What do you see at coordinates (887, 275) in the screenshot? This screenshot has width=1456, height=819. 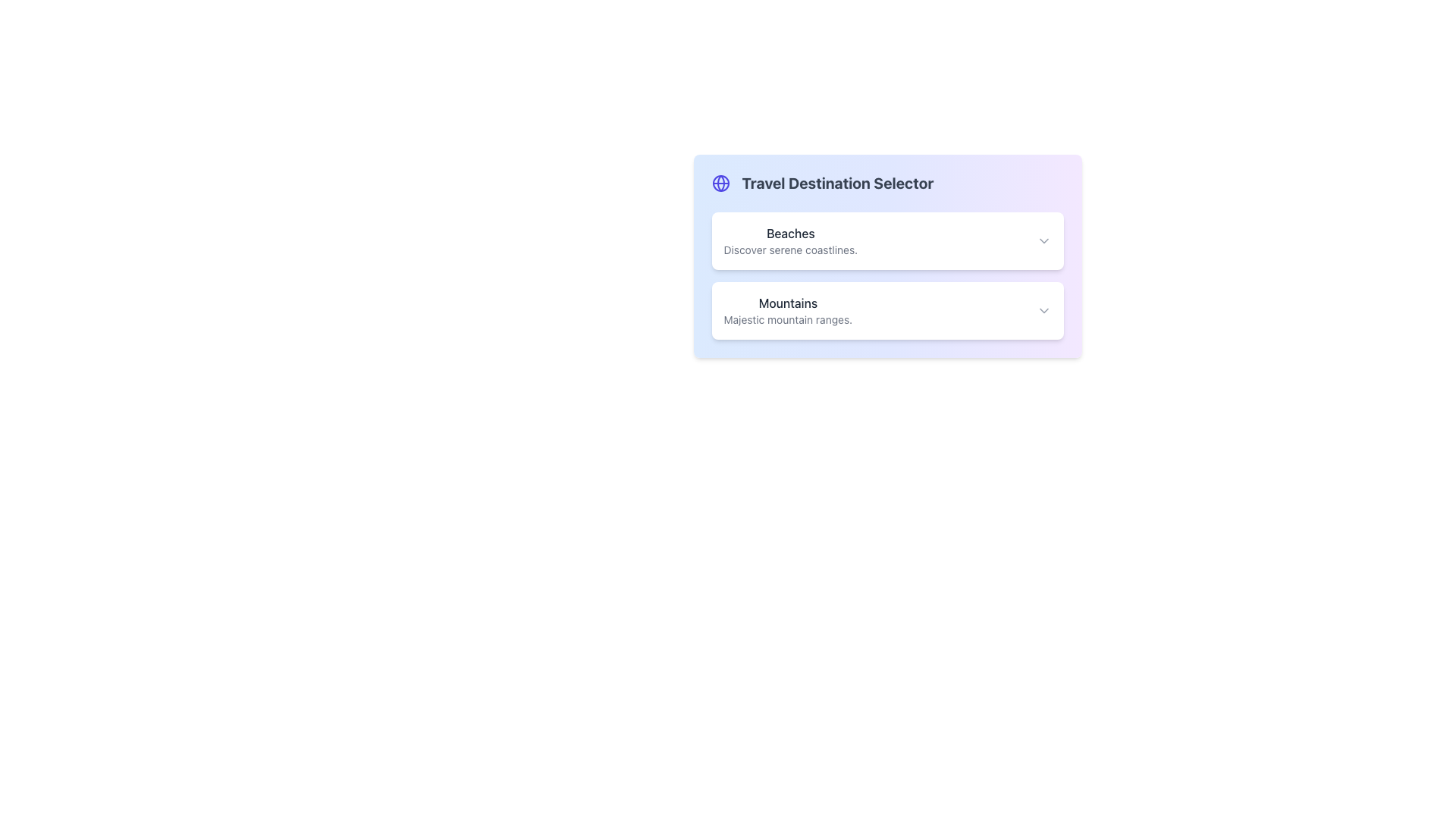 I see `the 'Beaches' or 'Mountains' selection box in the collapsible menu component` at bounding box center [887, 275].